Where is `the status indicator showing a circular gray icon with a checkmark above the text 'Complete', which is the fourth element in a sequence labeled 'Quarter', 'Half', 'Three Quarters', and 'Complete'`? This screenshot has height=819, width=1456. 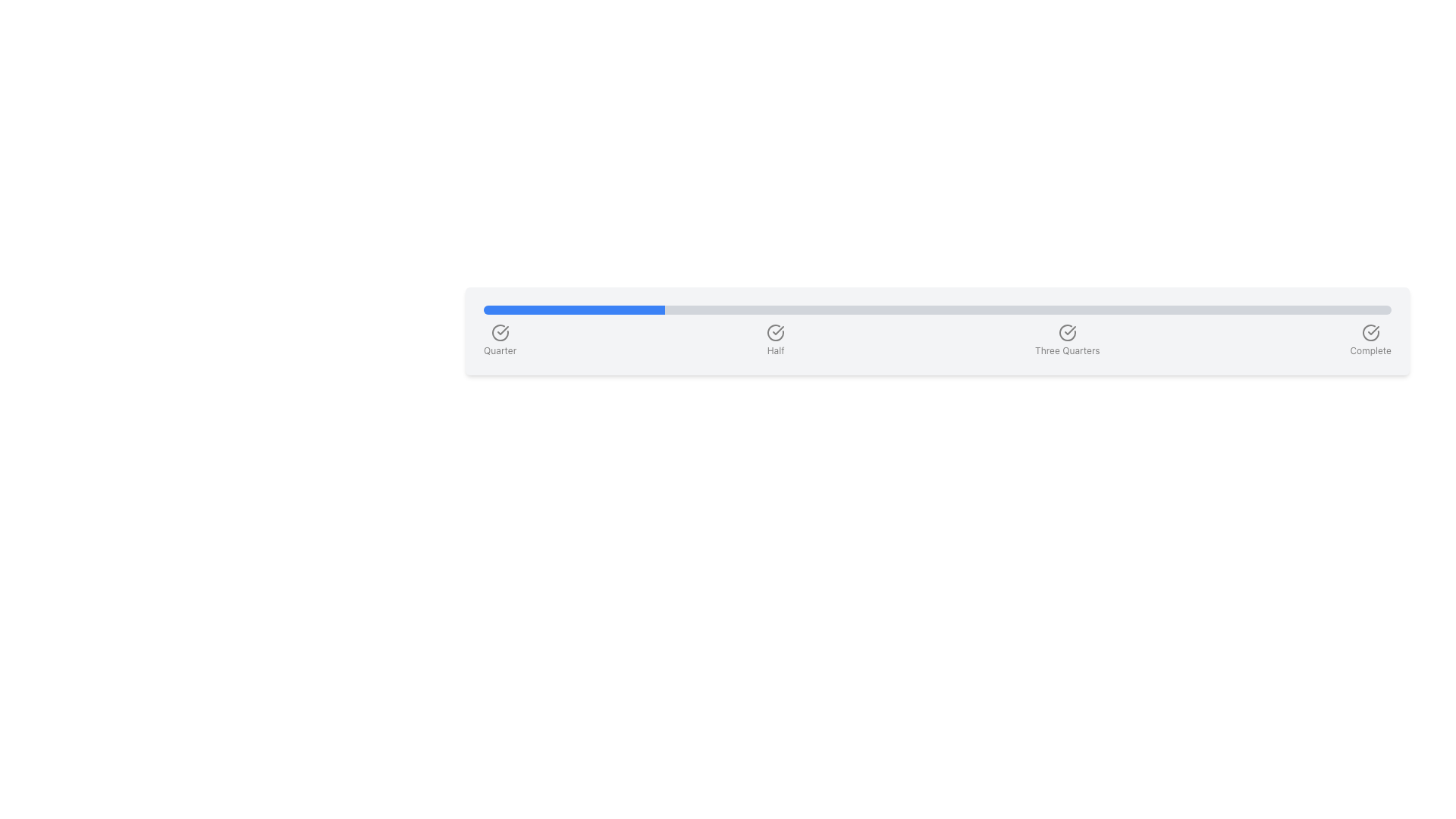
the status indicator showing a circular gray icon with a checkmark above the text 'Complete', which is the fourth element in a sequence labeled 'Quarter', 'Half', 'Three Quarters', and 'Complete' is located at coordinates (1370, 339).